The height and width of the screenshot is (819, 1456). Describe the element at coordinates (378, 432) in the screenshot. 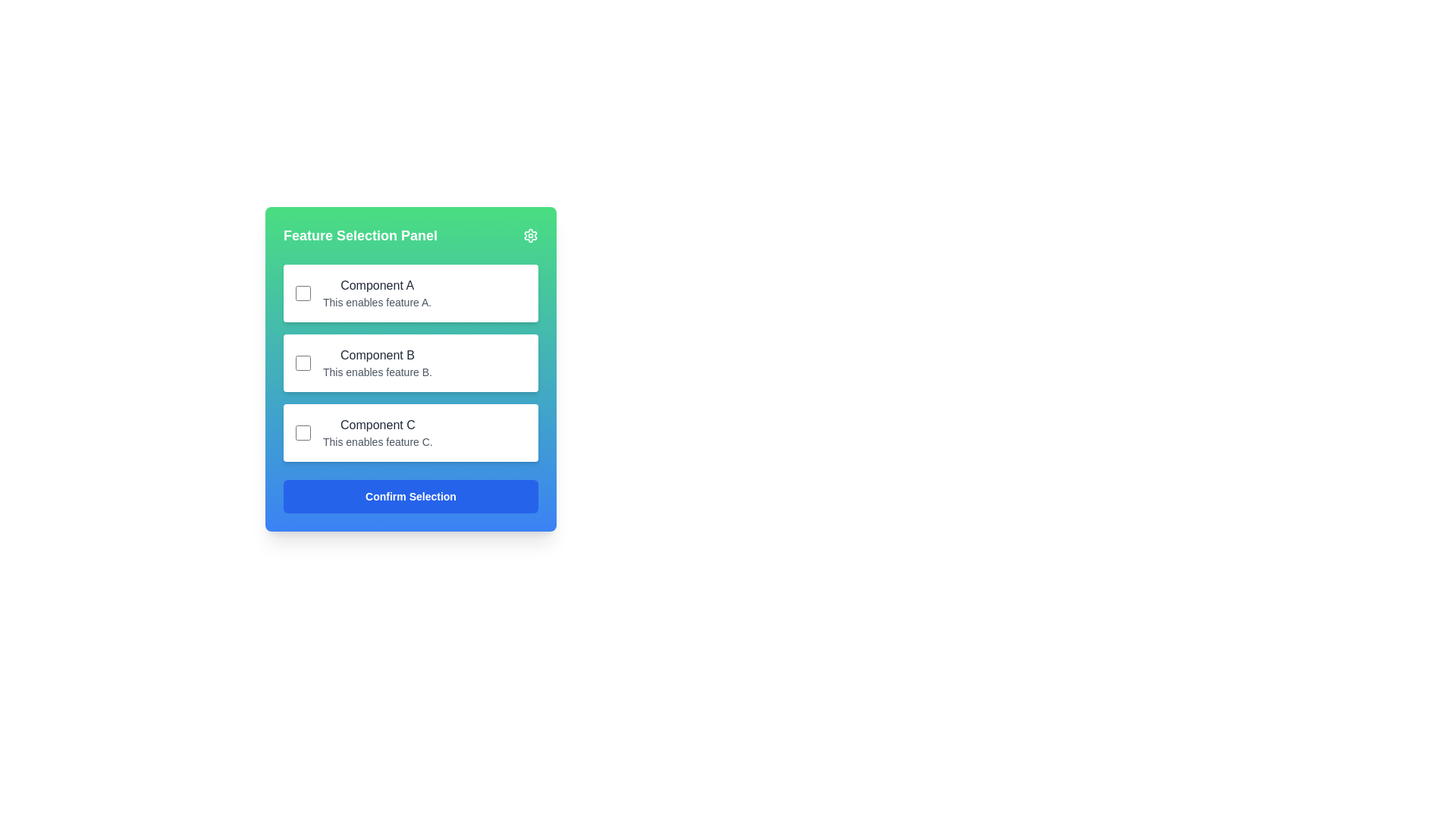

I see `the text label that describes 'Component C' in the 'Feature Selection Panel', which is located below 'Component A' and 'Component B' and above the 'Confirm Selection' button` at that location.